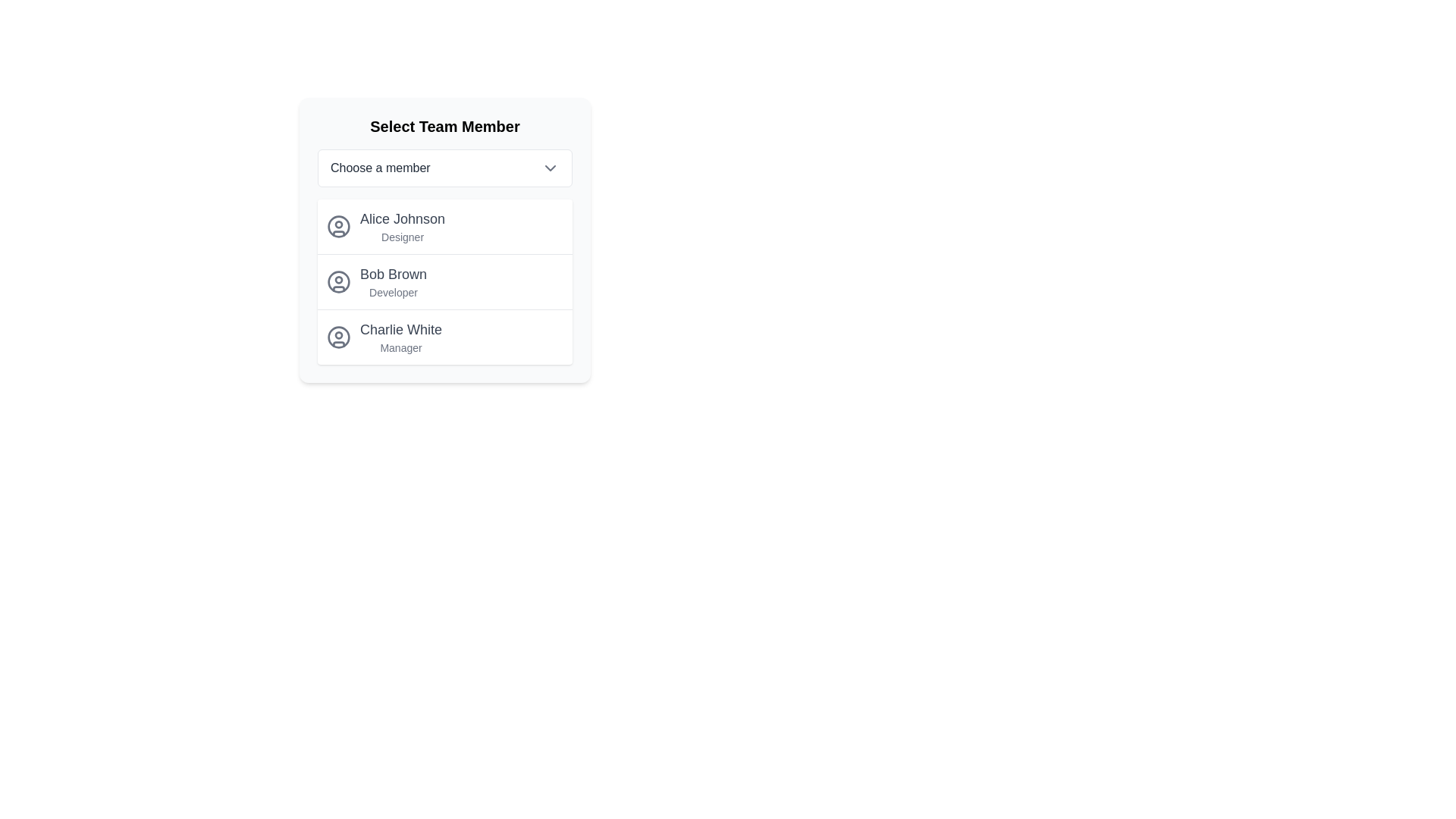  What do you see at coordinates (403, 219) in the screenshot?
I see `the static text label displaying 'Alice Johnson' which is styled in dark gray and positioned at the top-left corner of the first member card` at bounding box center [403, 219].